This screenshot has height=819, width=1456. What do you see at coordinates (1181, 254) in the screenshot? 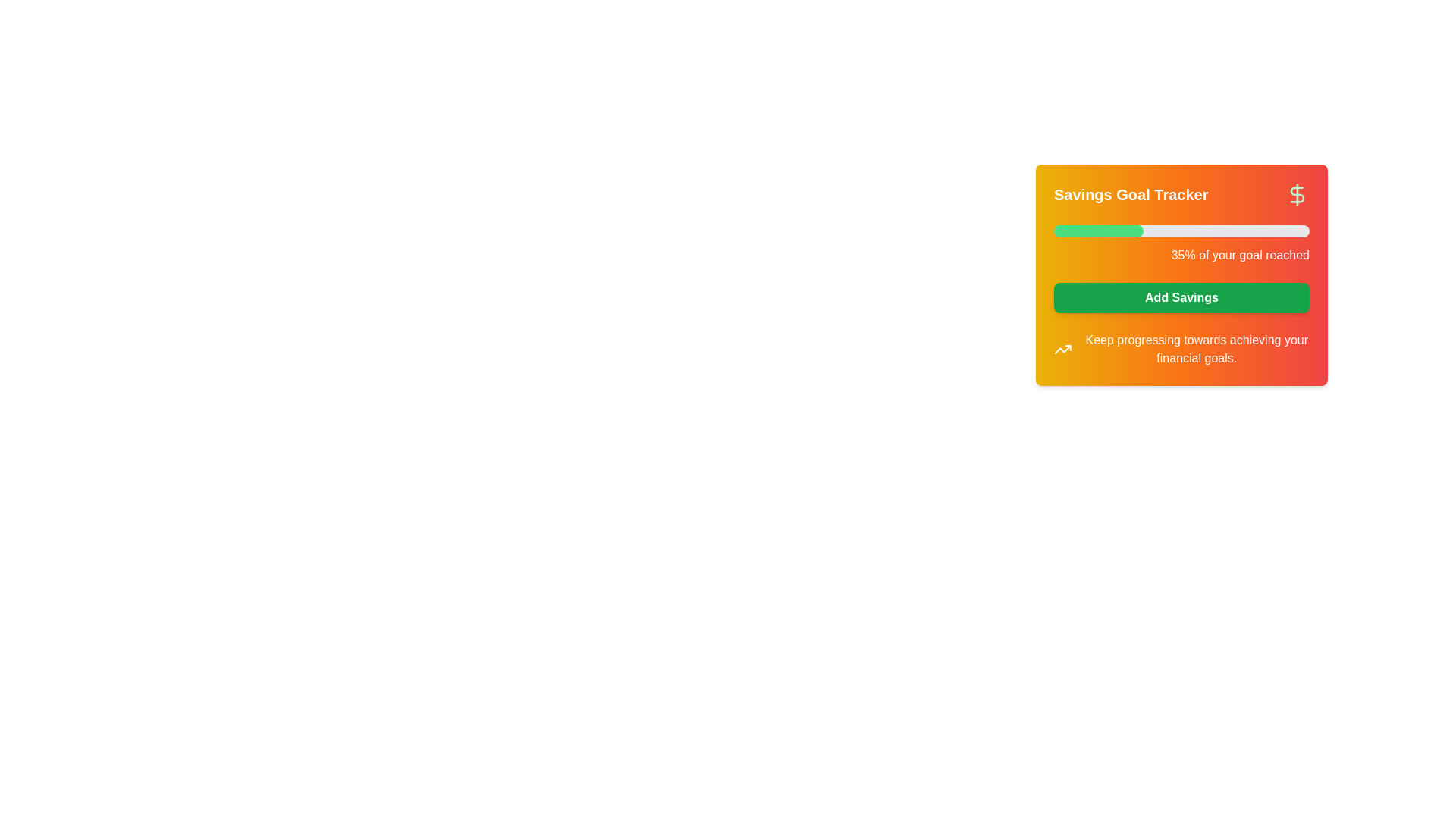
I see `the progress indicator text label located below the green completion progress bar in the 'Savings Goal Tracker' card` at bounding box center [1181, 254].